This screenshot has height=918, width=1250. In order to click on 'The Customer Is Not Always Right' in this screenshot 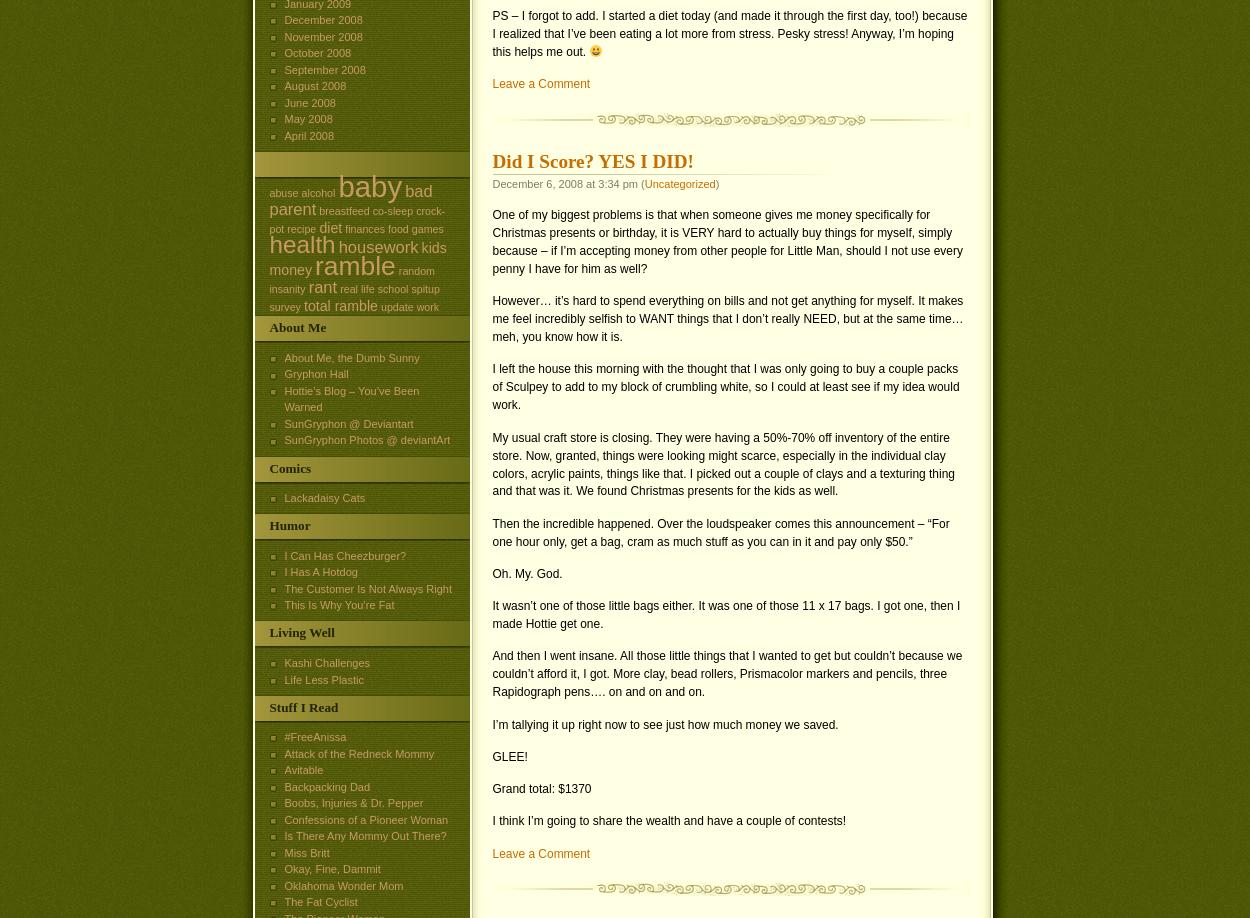, I will do `click(284, 586)`.